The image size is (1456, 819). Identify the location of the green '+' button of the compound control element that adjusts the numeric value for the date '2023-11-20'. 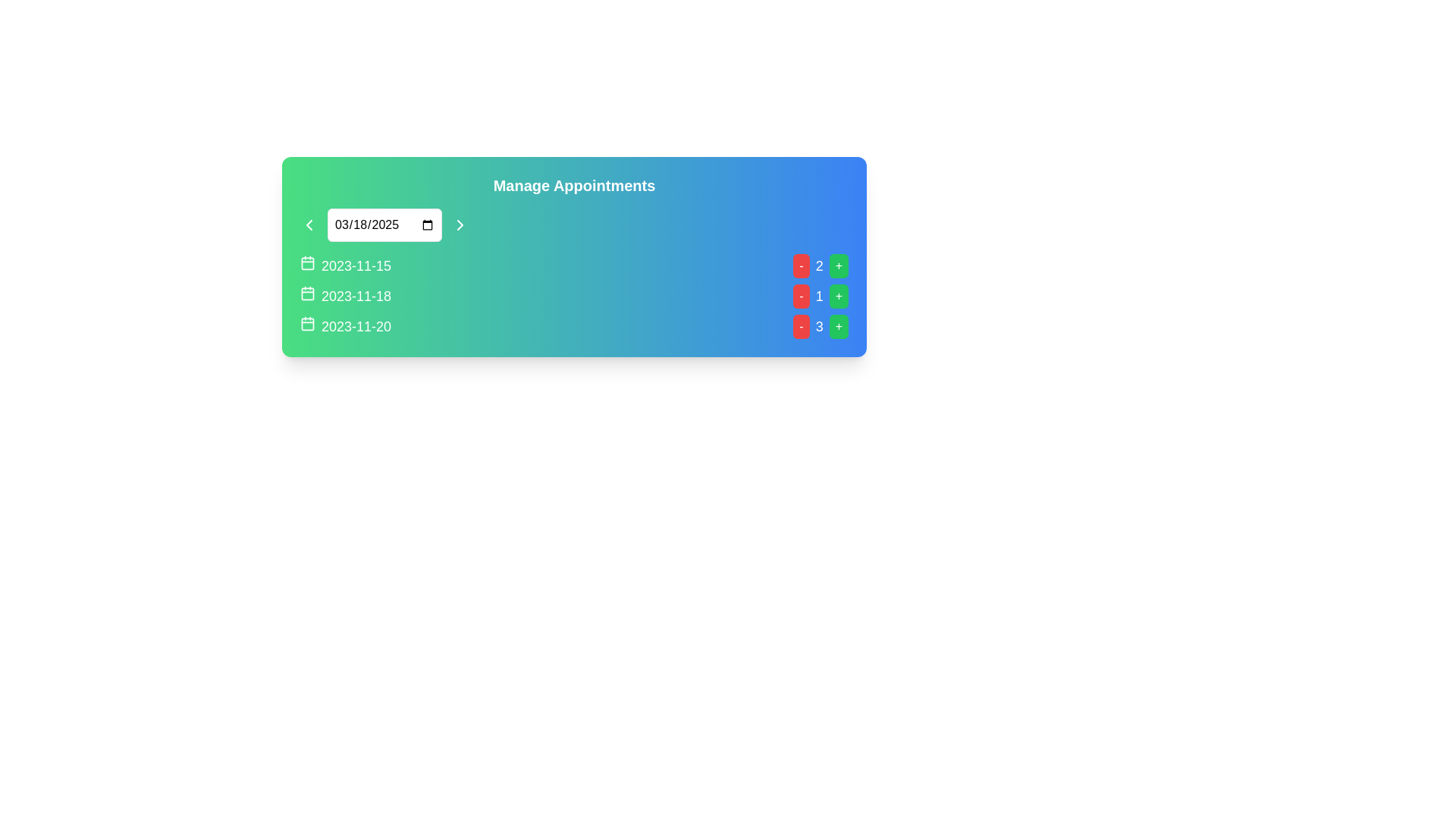
(820, 326).